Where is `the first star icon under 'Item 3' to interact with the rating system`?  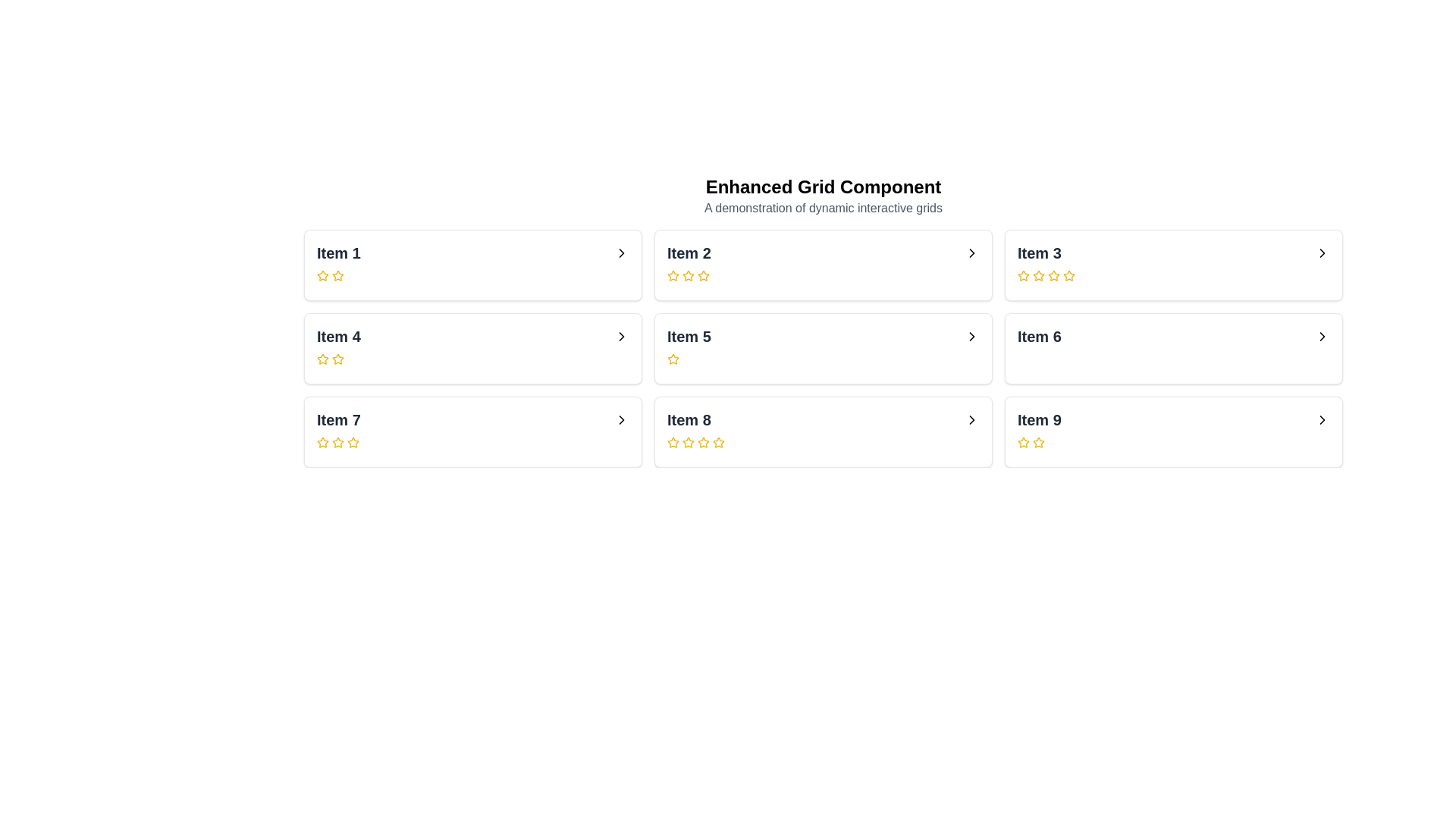
the first star icon under 'Item 3' to interact with the rating system is located at coordinates (1023, 275).